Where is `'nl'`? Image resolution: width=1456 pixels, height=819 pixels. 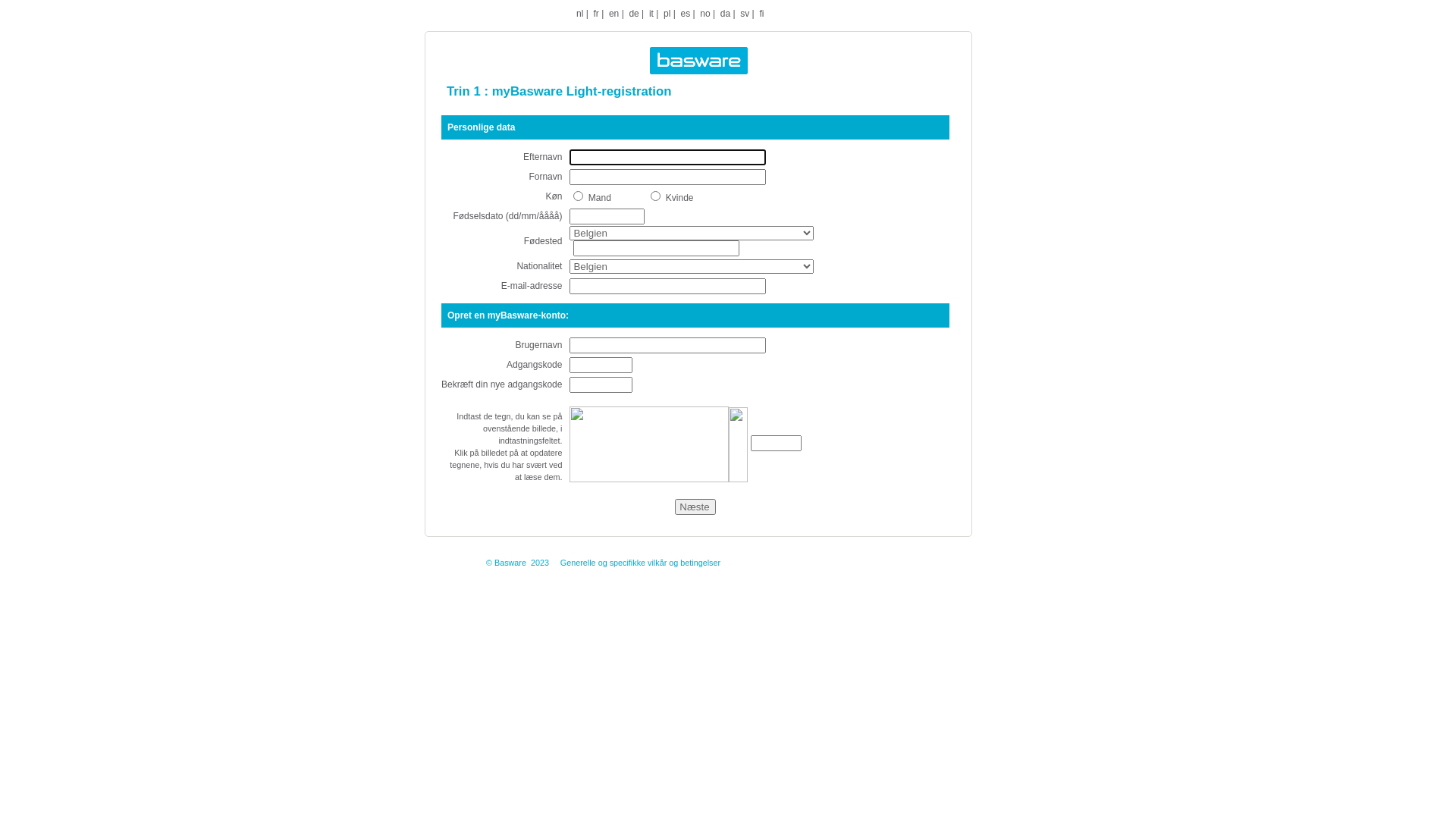 'nl' is located at coordinates (579, 14).